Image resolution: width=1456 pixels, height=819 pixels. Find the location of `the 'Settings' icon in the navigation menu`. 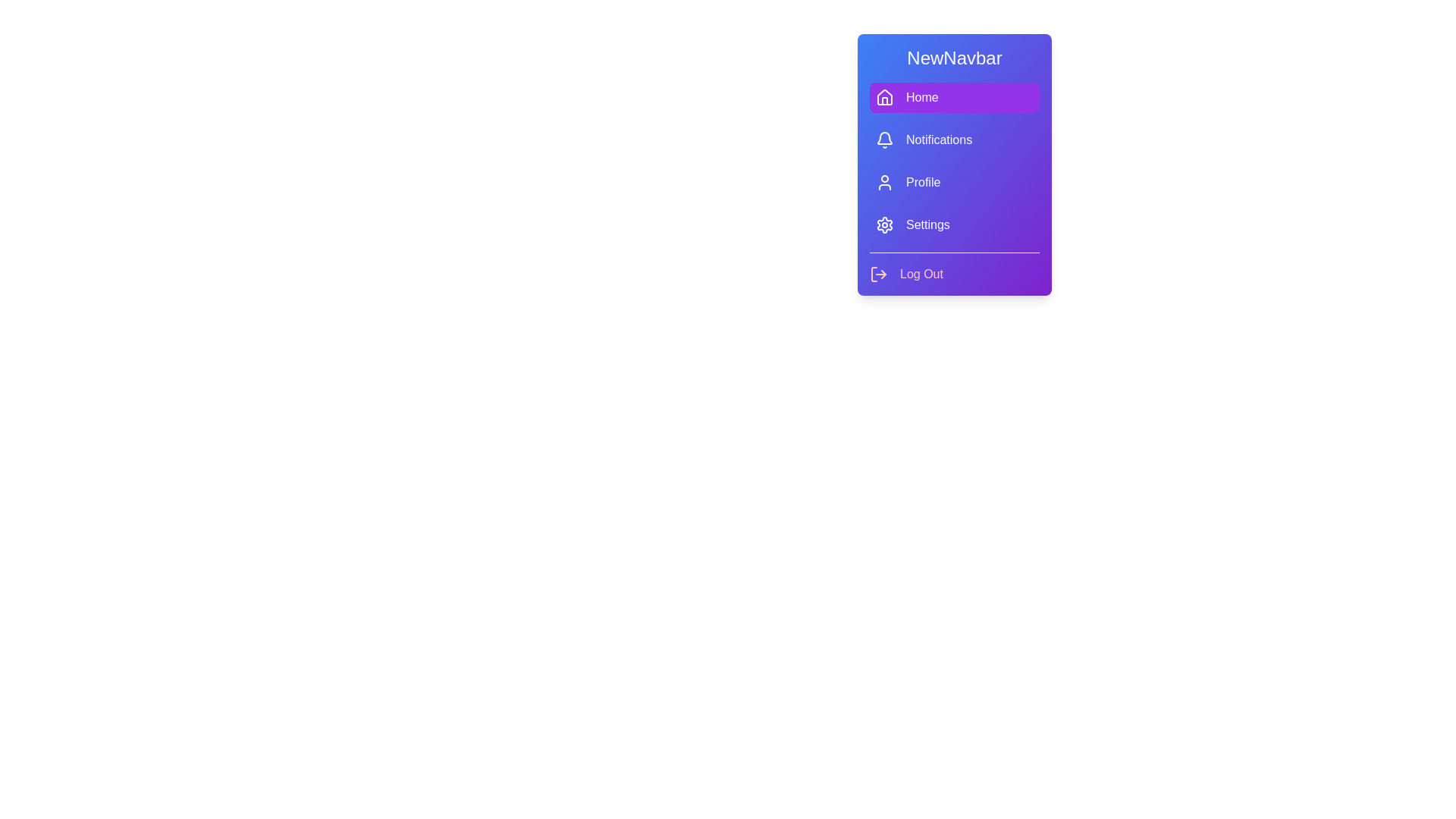

the 'Settings' icon in the navigation menu is located at coordinates (884, 225).